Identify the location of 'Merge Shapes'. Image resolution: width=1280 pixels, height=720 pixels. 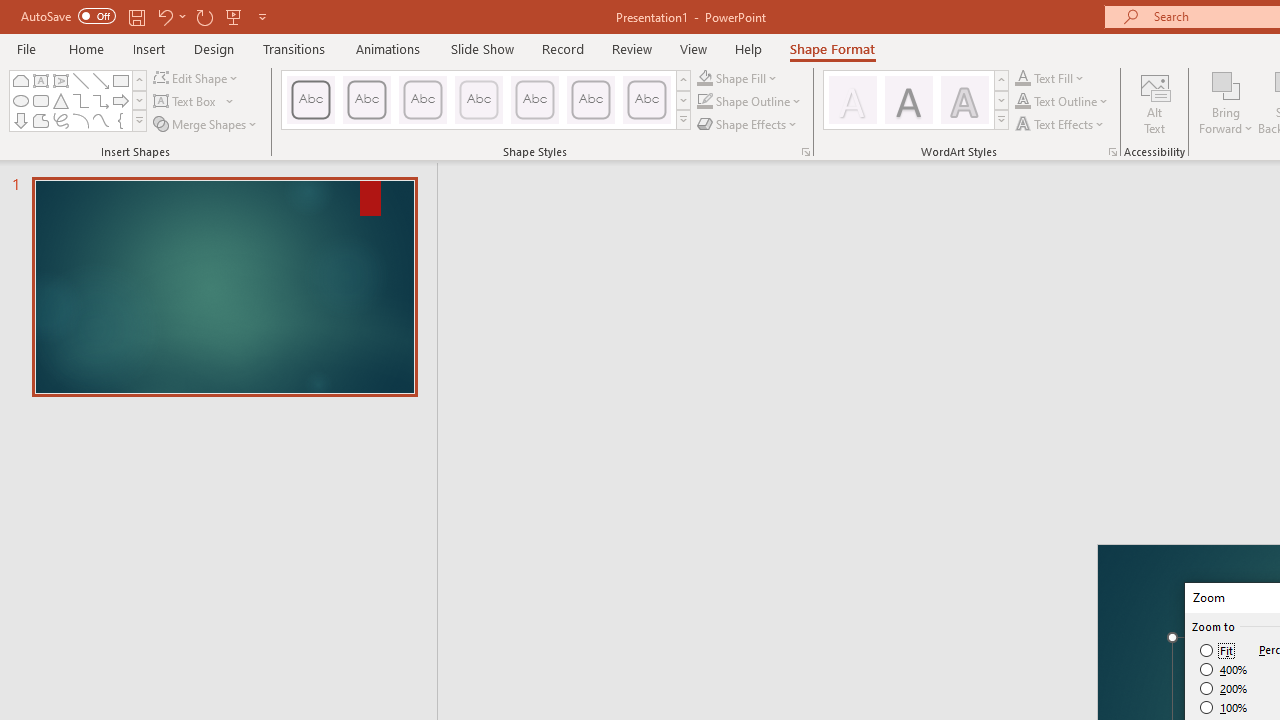
(206, 124).